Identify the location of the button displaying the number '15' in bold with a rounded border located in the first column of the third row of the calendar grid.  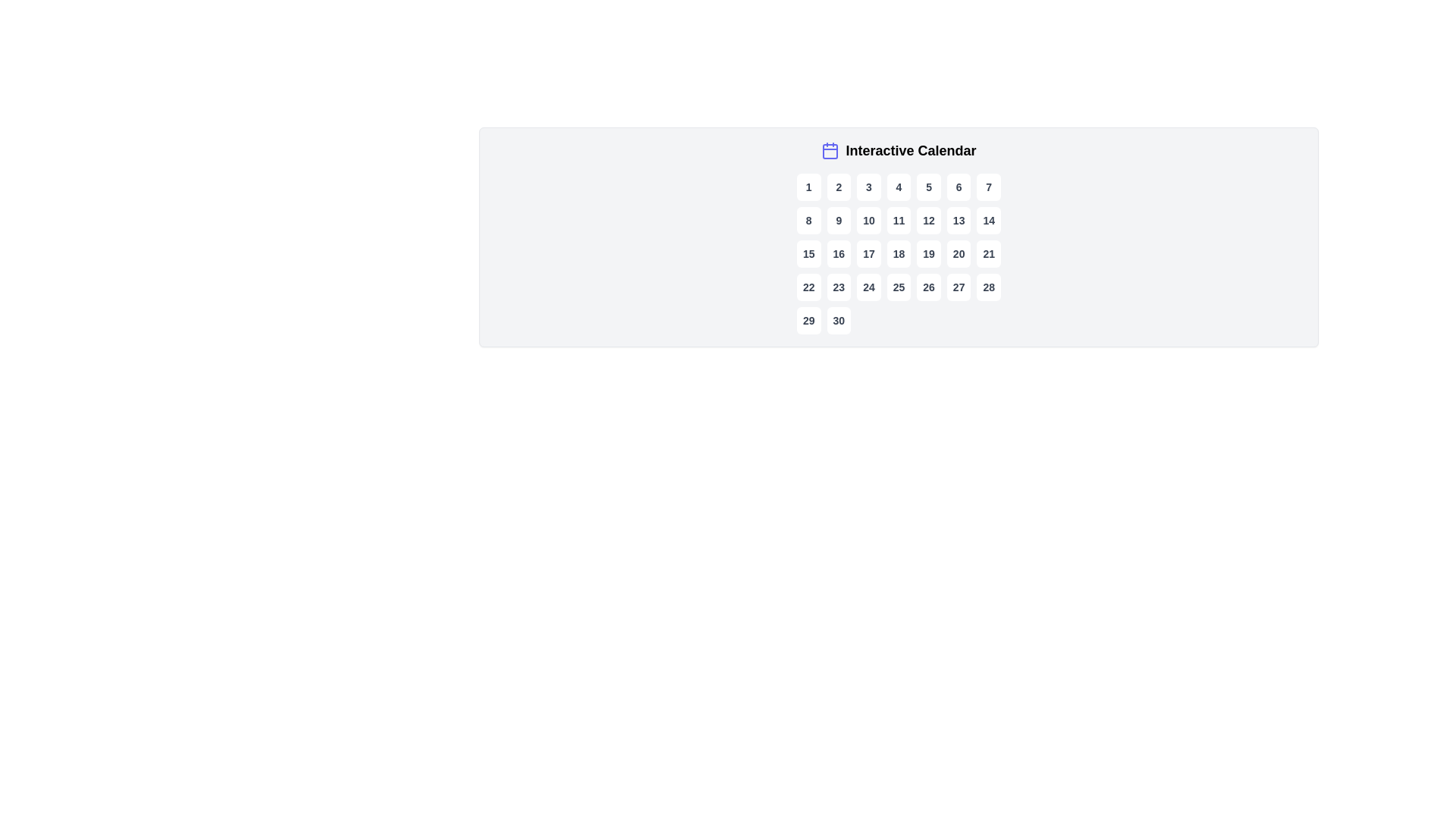
(808, 253).